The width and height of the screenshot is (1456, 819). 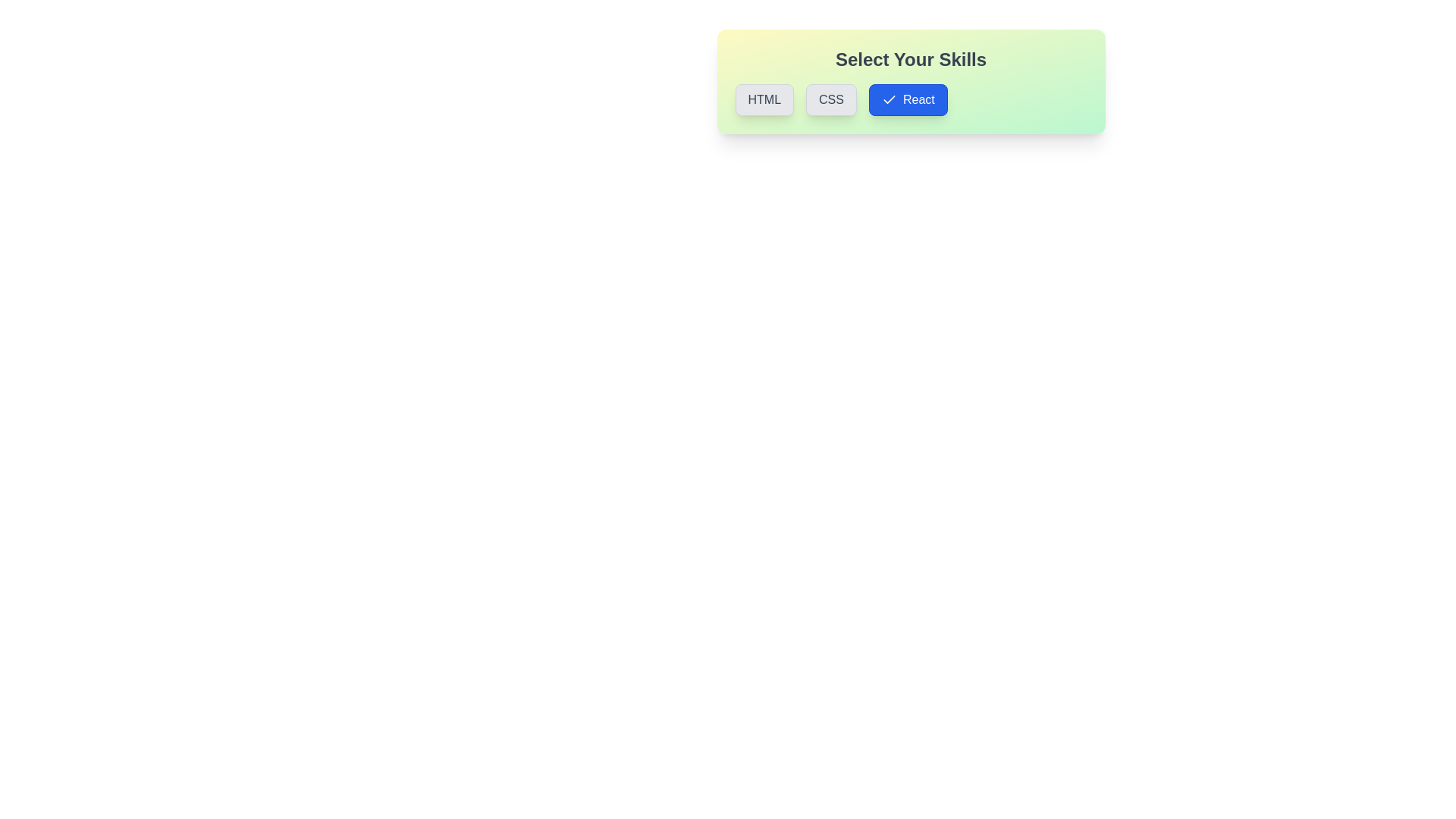 What do you see at coordinates (830, 99) in the screenshot?
I see `the skill CSS by clicking its respective button` at bounding box center [830, 99].